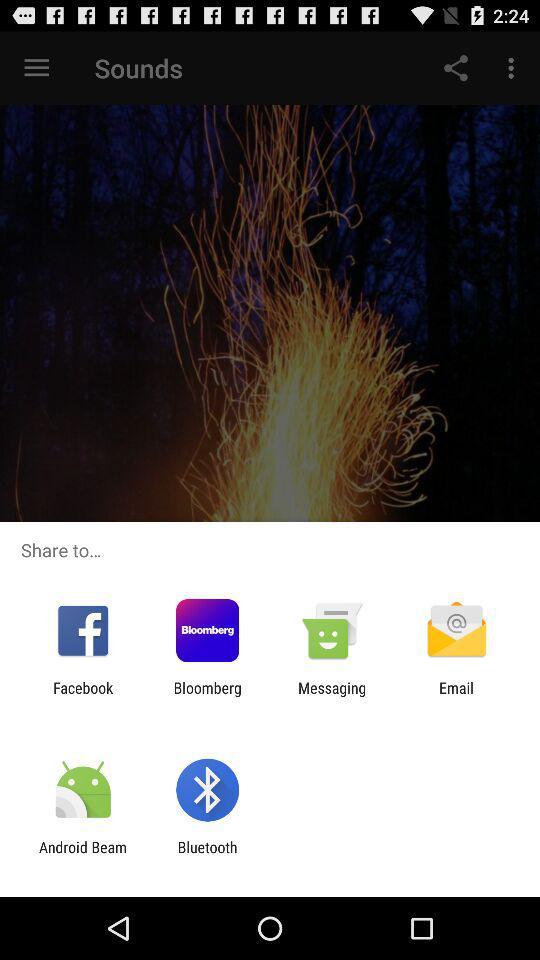  What do you see at coordinates (82, 696) in the screenshot?
I see `icon next to the bloomberg item` at bounding box center [82, 696].